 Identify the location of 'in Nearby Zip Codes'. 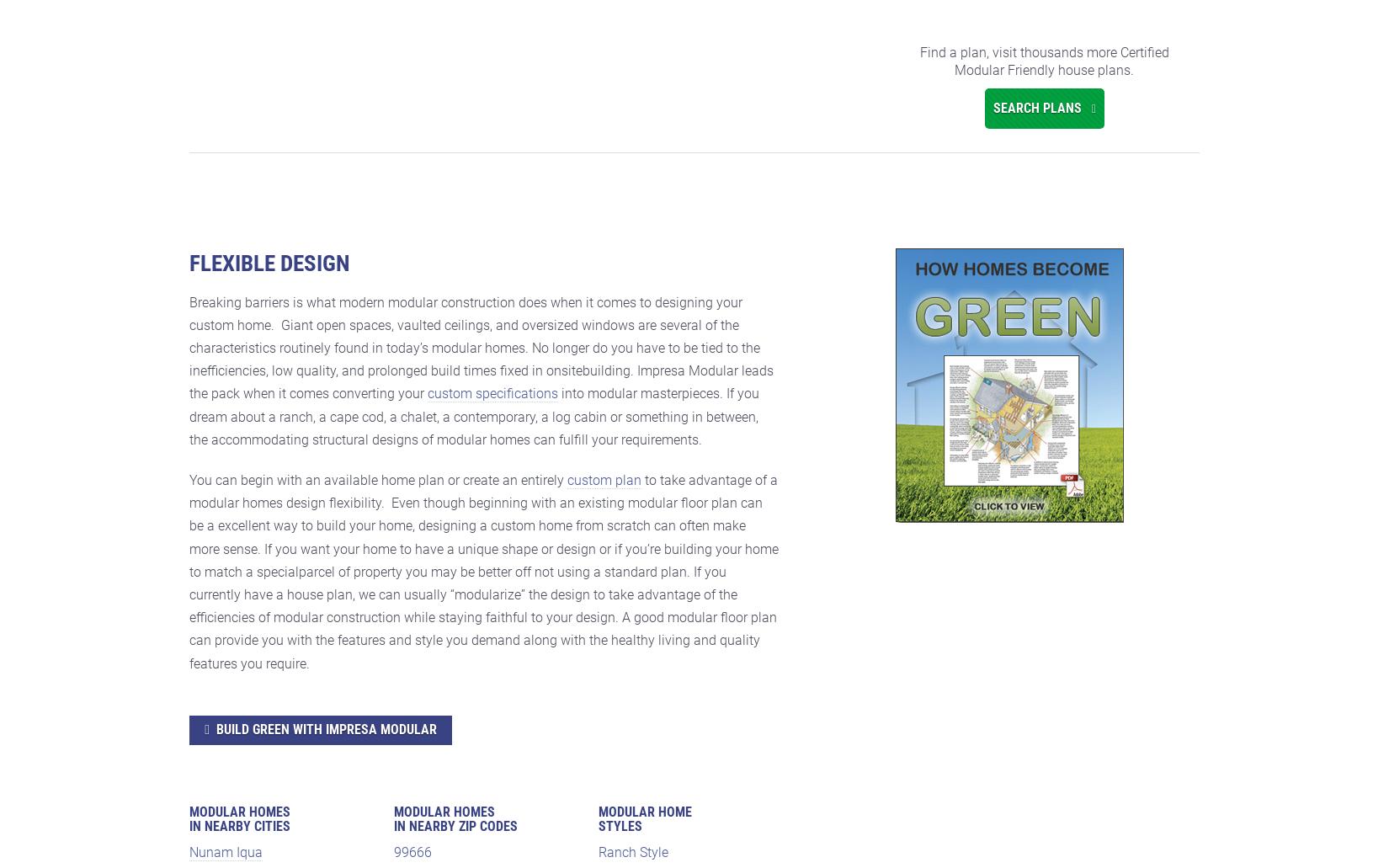
(454, 825).